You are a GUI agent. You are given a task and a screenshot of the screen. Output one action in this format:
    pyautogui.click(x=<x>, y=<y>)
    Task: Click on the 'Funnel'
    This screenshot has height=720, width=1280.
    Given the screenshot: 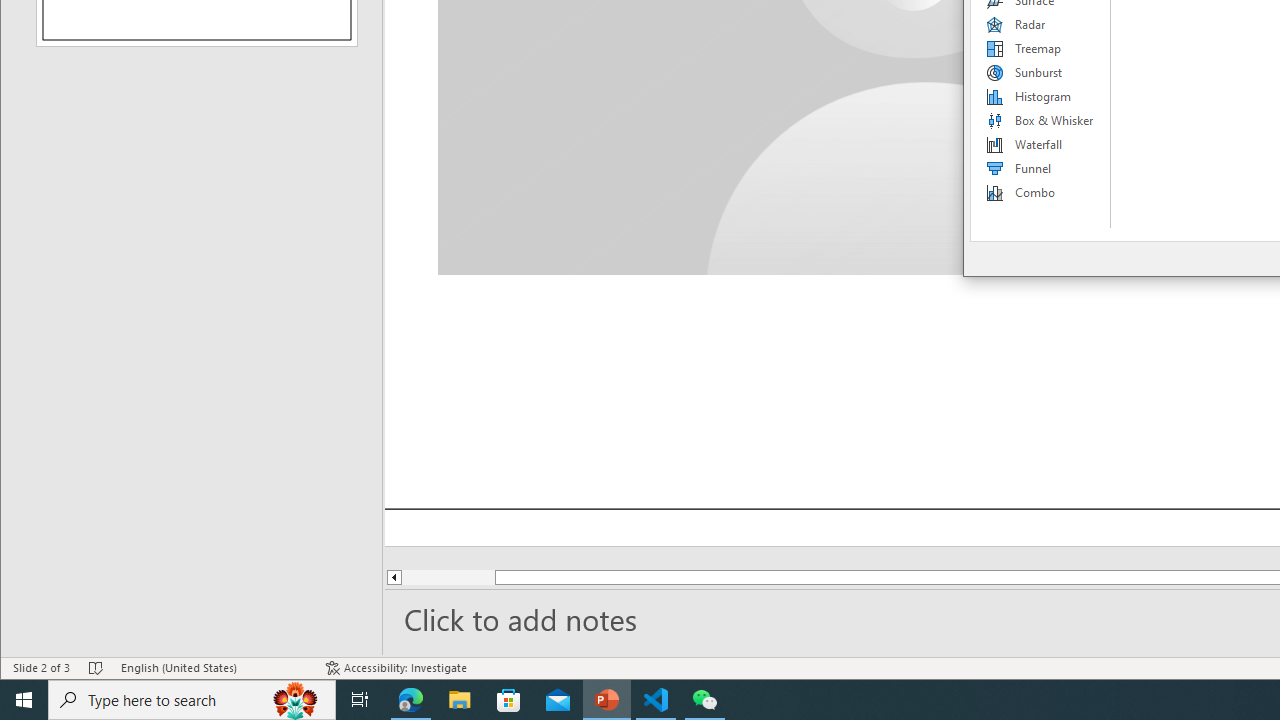 What is the action you would take?
    pyautogui.click(x=1040, y=167)
    